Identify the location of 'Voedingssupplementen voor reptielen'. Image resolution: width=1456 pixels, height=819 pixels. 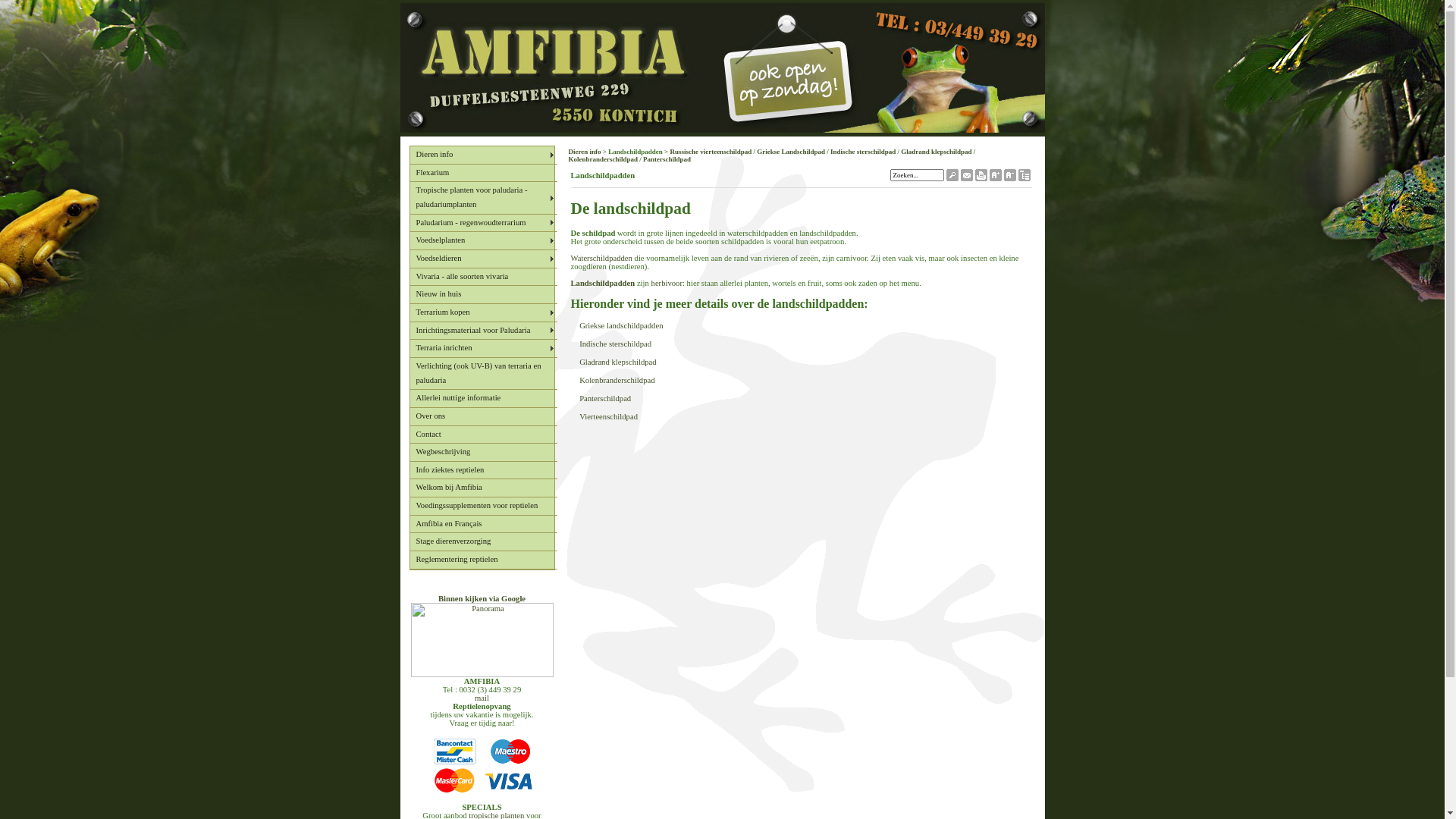
(482, 506).